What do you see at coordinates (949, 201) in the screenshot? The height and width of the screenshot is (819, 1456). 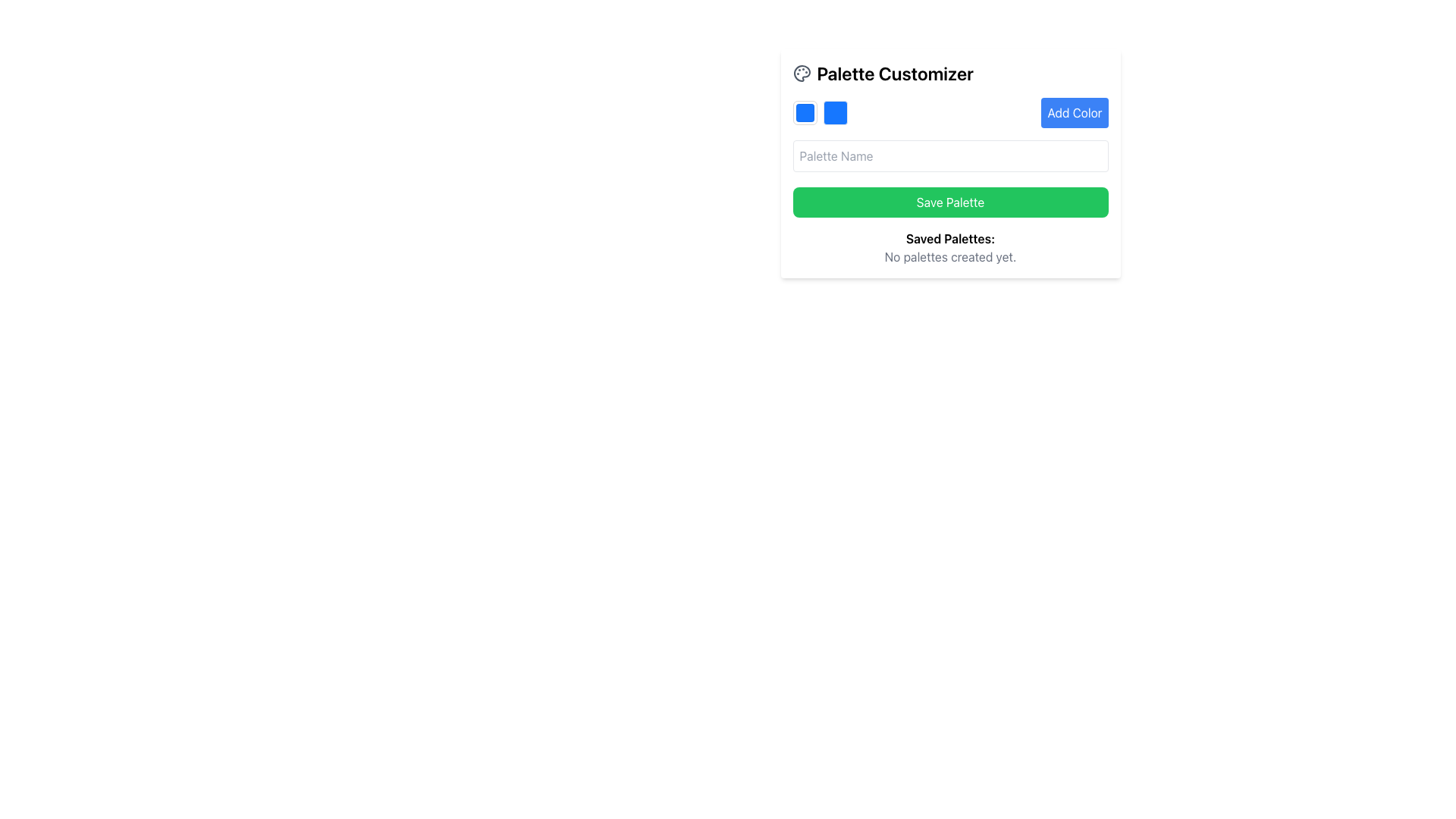 I see `the rectangular green button labeled 'Save Palette' to observe its hover effect` at bounding box center [949, 201].